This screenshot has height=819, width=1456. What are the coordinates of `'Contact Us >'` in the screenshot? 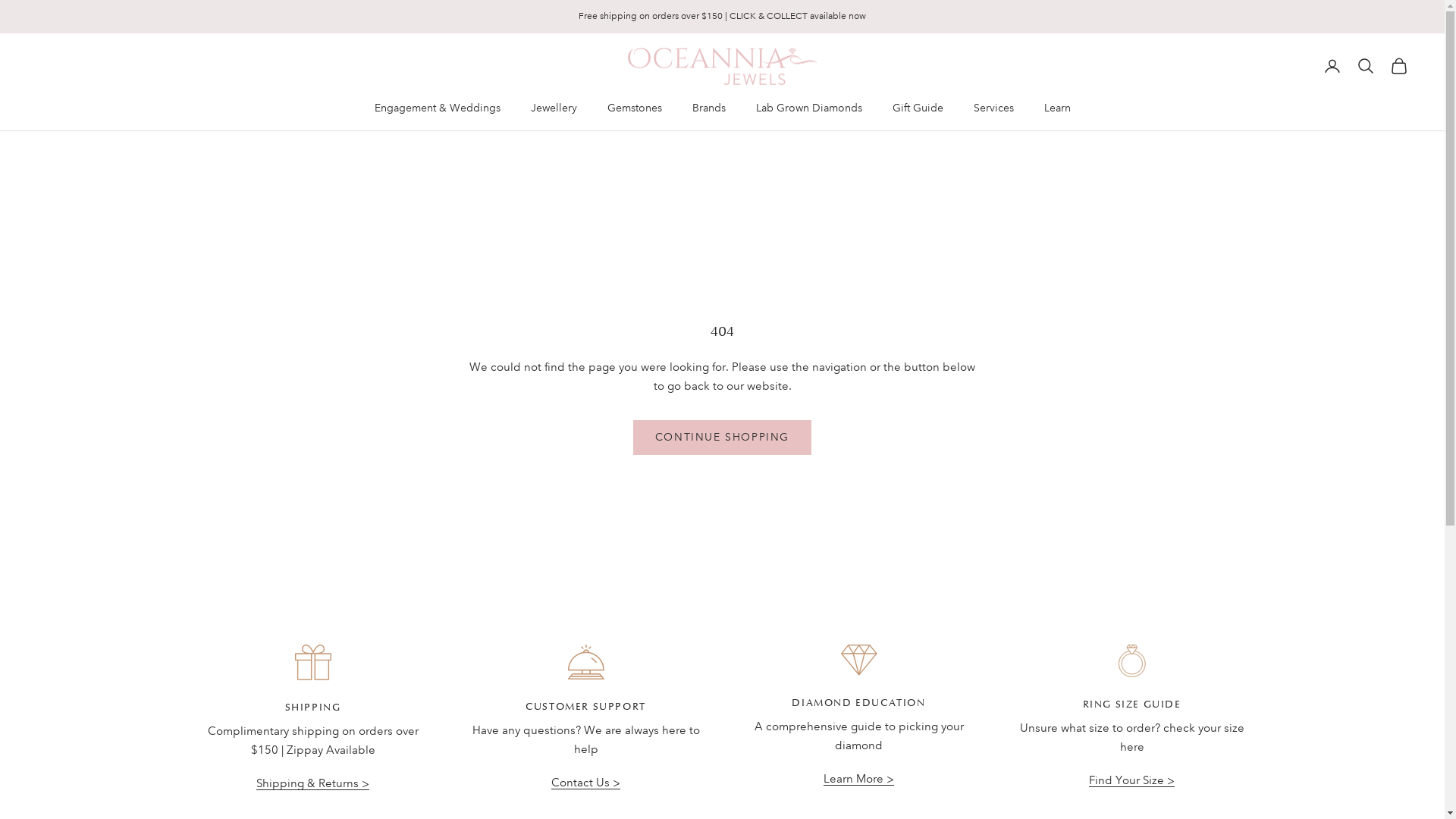 It's located at (585, 783).